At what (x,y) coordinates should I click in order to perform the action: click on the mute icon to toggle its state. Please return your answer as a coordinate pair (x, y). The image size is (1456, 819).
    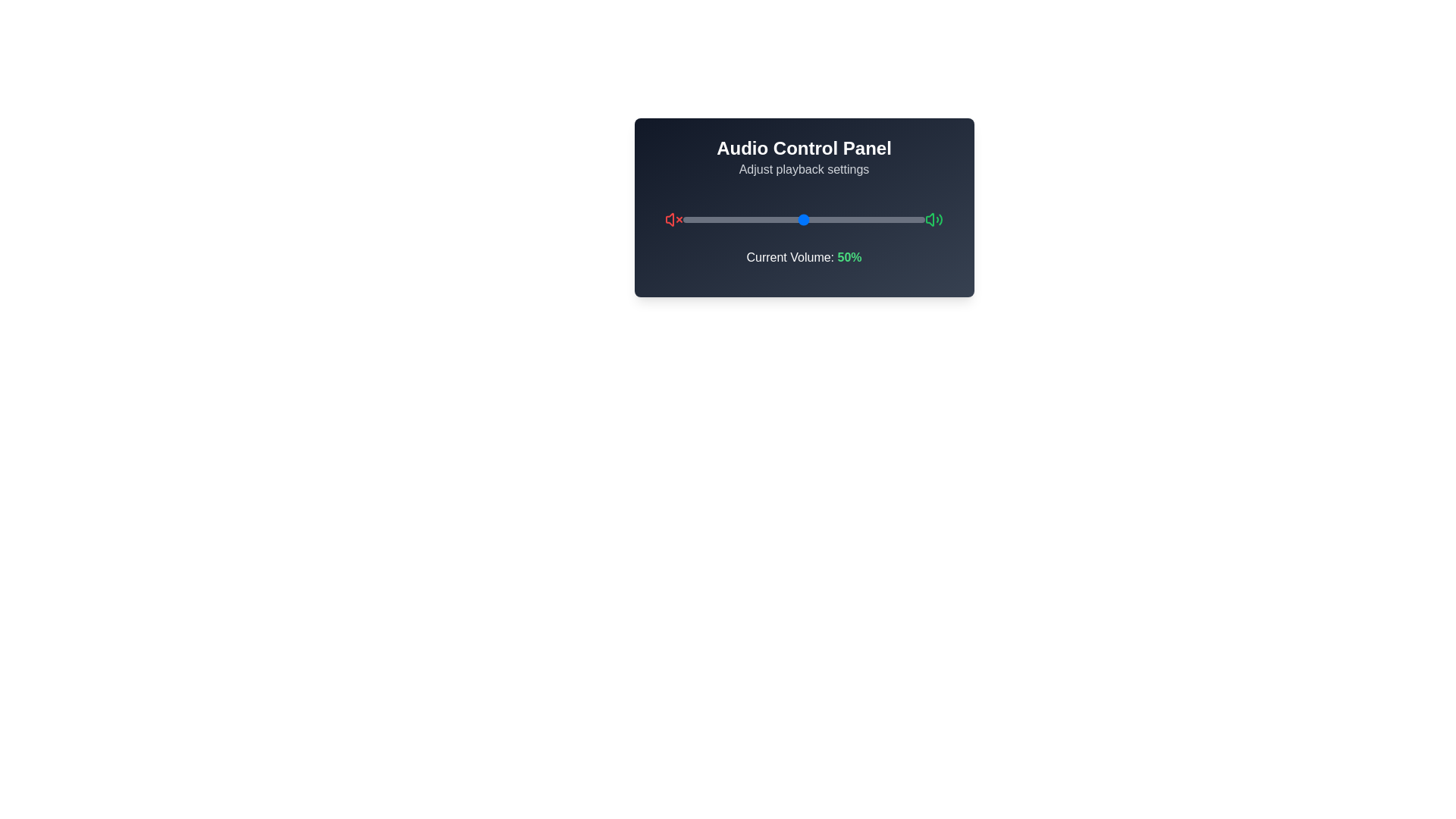
    Looking at the image, I should click on (673, 219).